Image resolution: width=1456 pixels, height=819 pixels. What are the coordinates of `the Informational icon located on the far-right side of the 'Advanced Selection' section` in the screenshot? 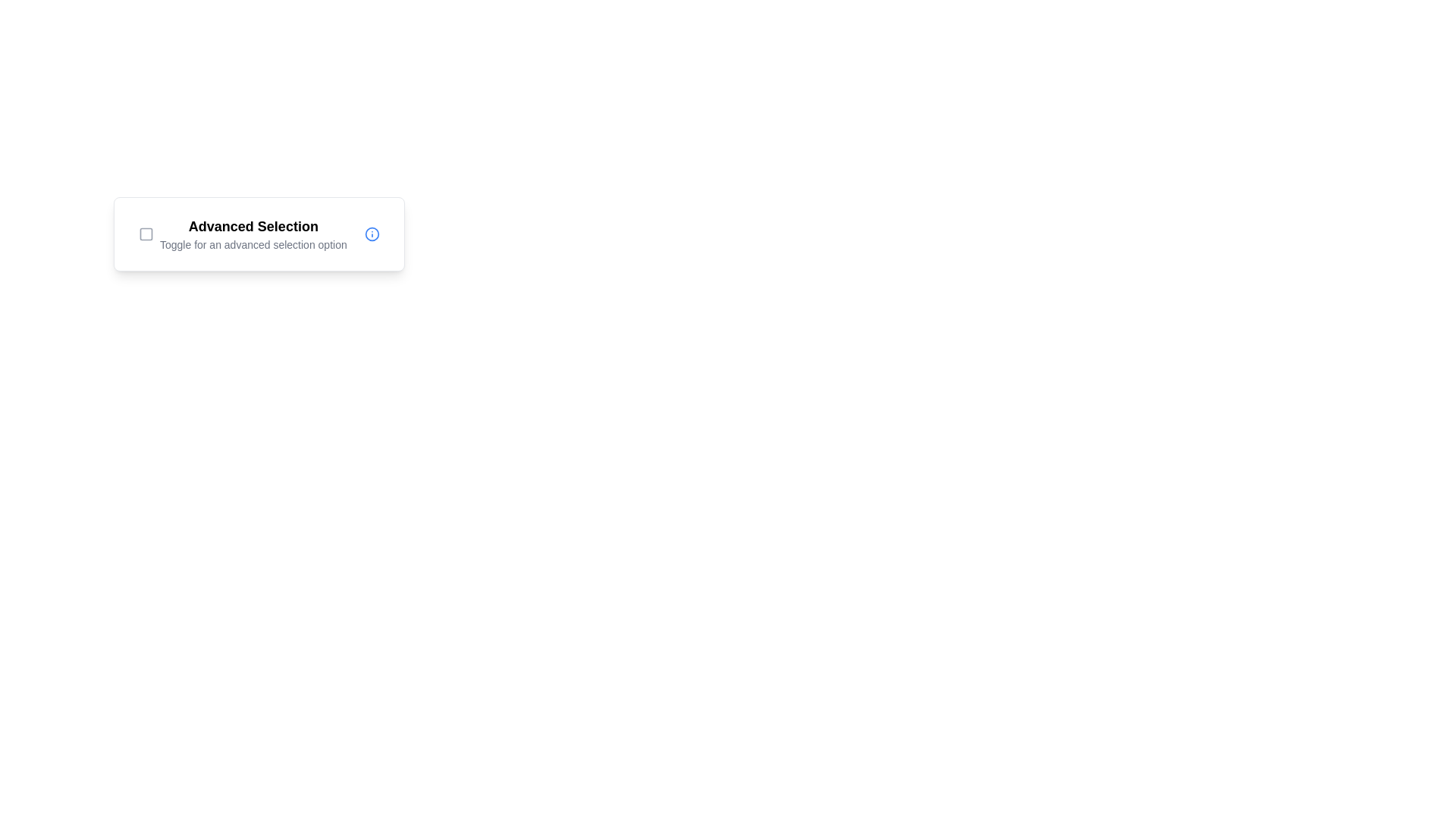 It's located at (372, 234).